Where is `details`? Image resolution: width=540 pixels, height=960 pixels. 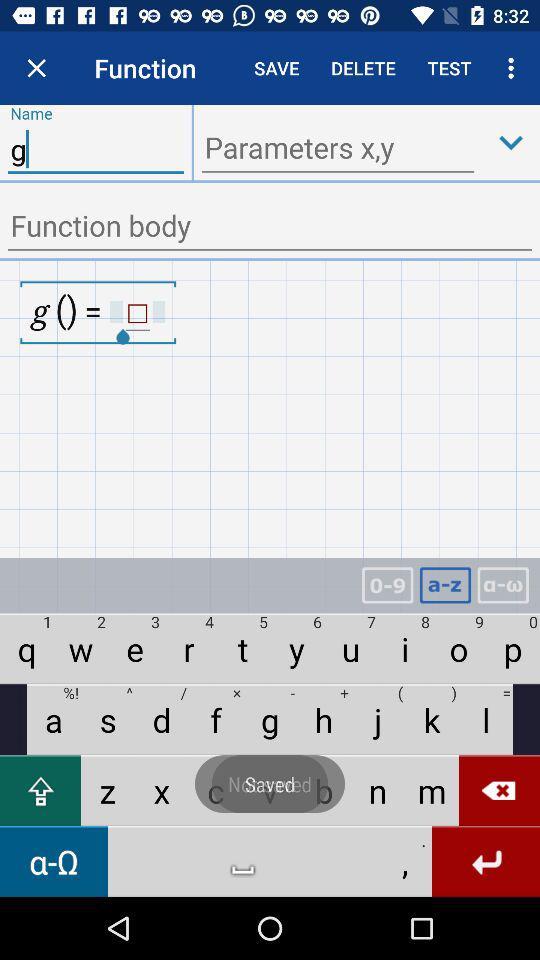 details is located at coordinates (270, 227).